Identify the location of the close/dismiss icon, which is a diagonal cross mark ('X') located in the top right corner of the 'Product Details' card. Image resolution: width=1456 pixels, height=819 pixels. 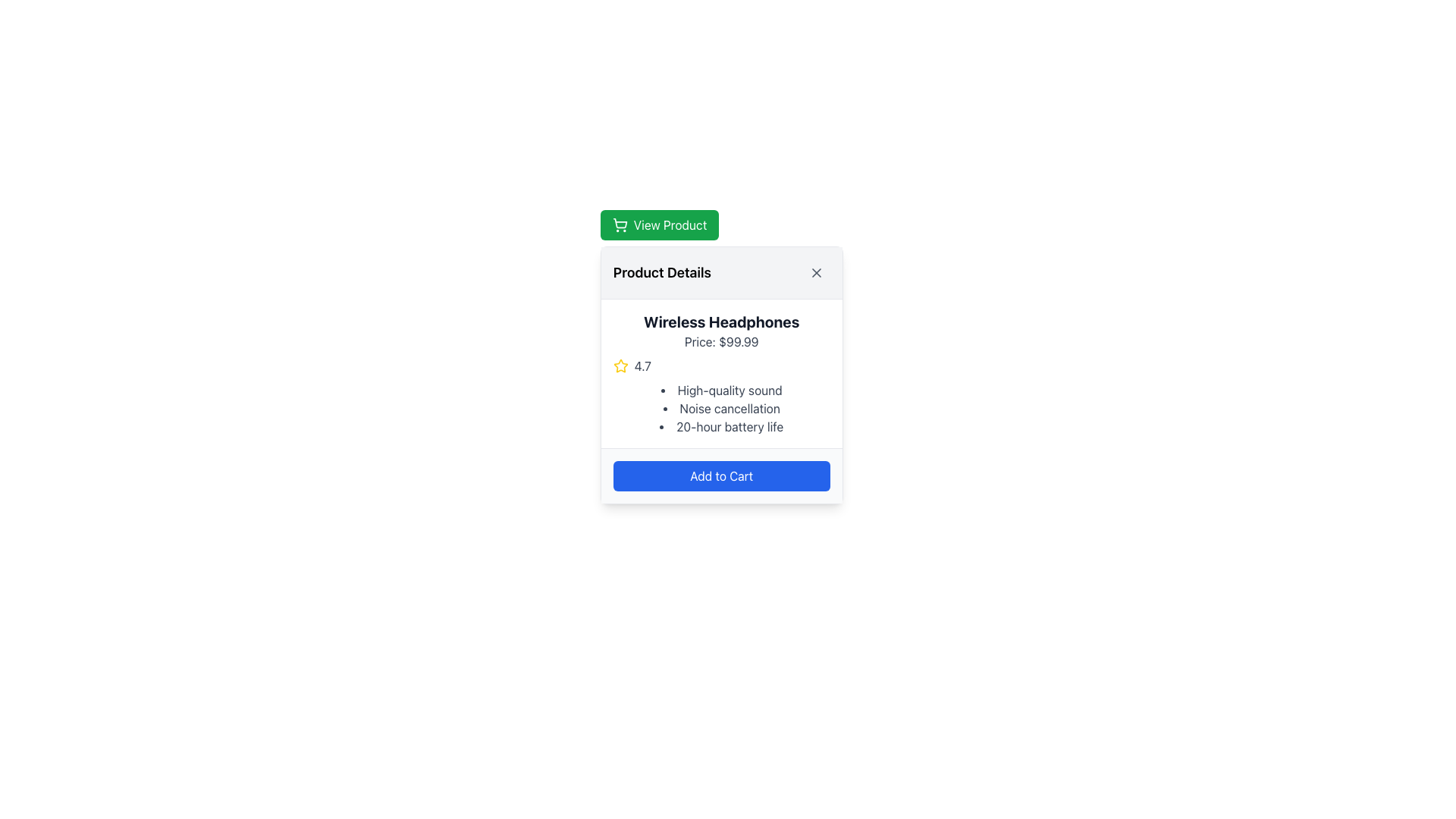
(815, 271).